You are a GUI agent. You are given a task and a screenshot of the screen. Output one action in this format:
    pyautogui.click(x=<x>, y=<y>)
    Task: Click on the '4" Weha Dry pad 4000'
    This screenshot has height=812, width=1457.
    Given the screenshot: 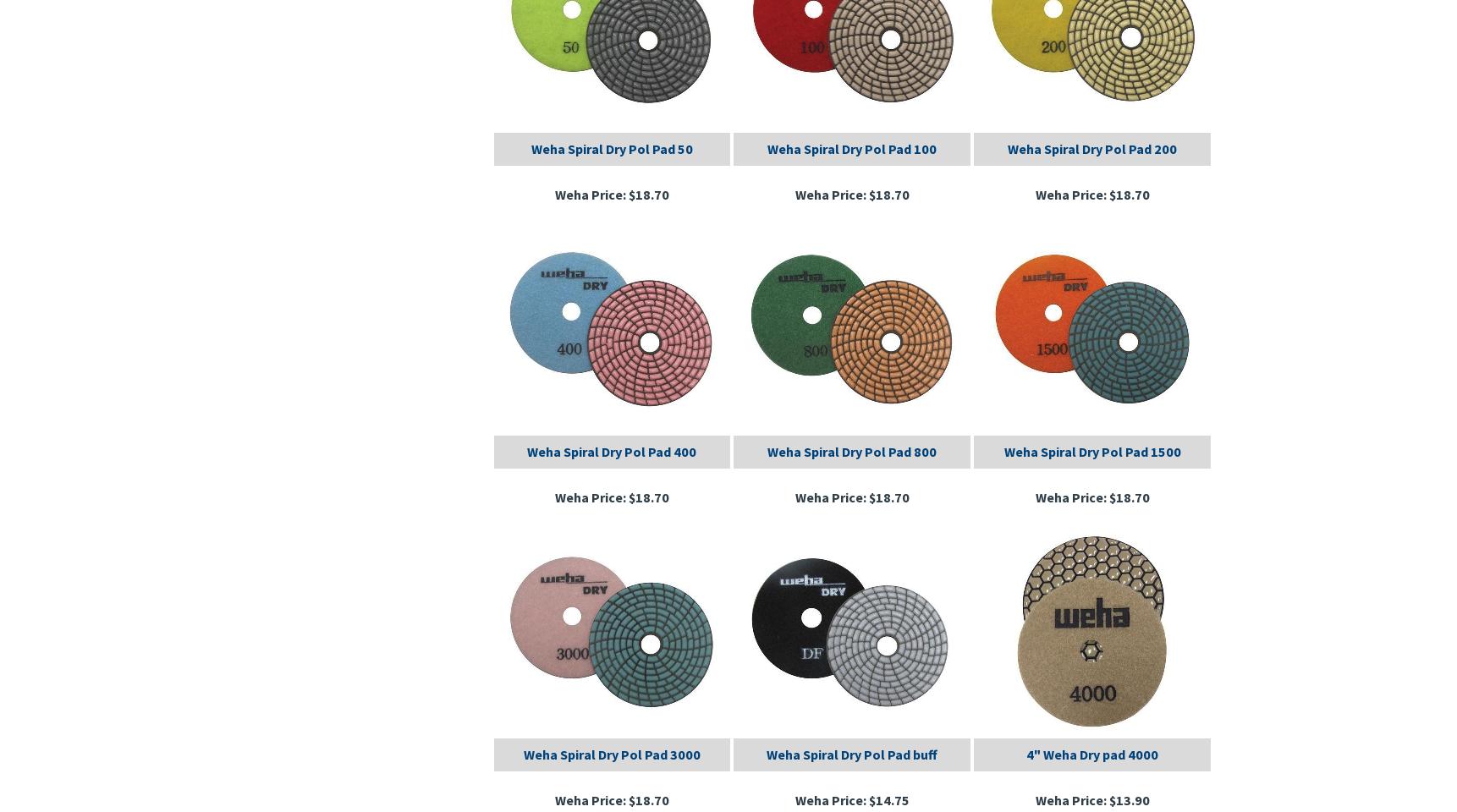 What is the action you would take?
    pyautogui.click(x=1091, y=752)
    